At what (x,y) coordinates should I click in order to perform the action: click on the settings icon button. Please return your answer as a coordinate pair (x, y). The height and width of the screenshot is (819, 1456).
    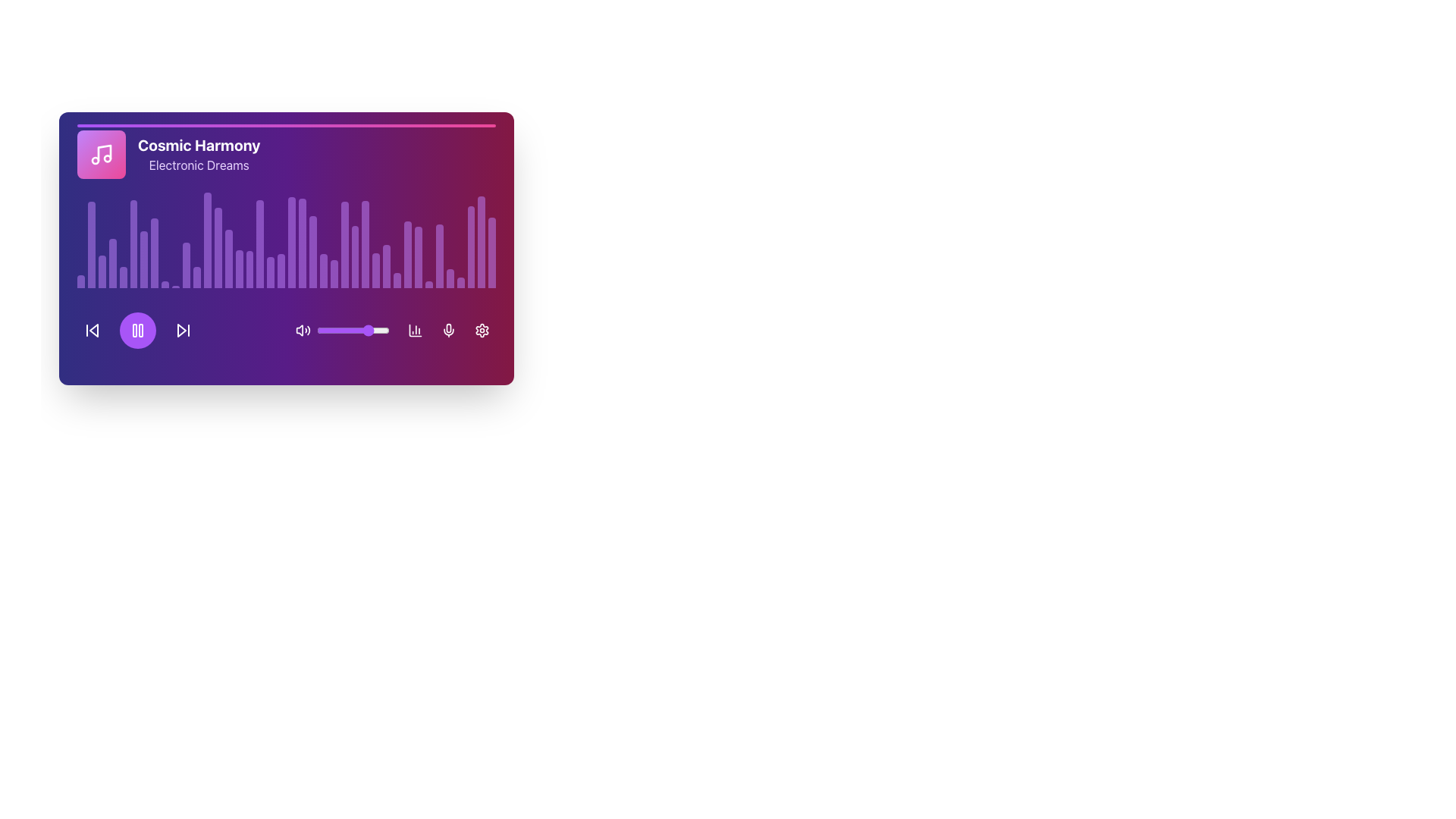
    Looking at the image, I should click on (481, 329).